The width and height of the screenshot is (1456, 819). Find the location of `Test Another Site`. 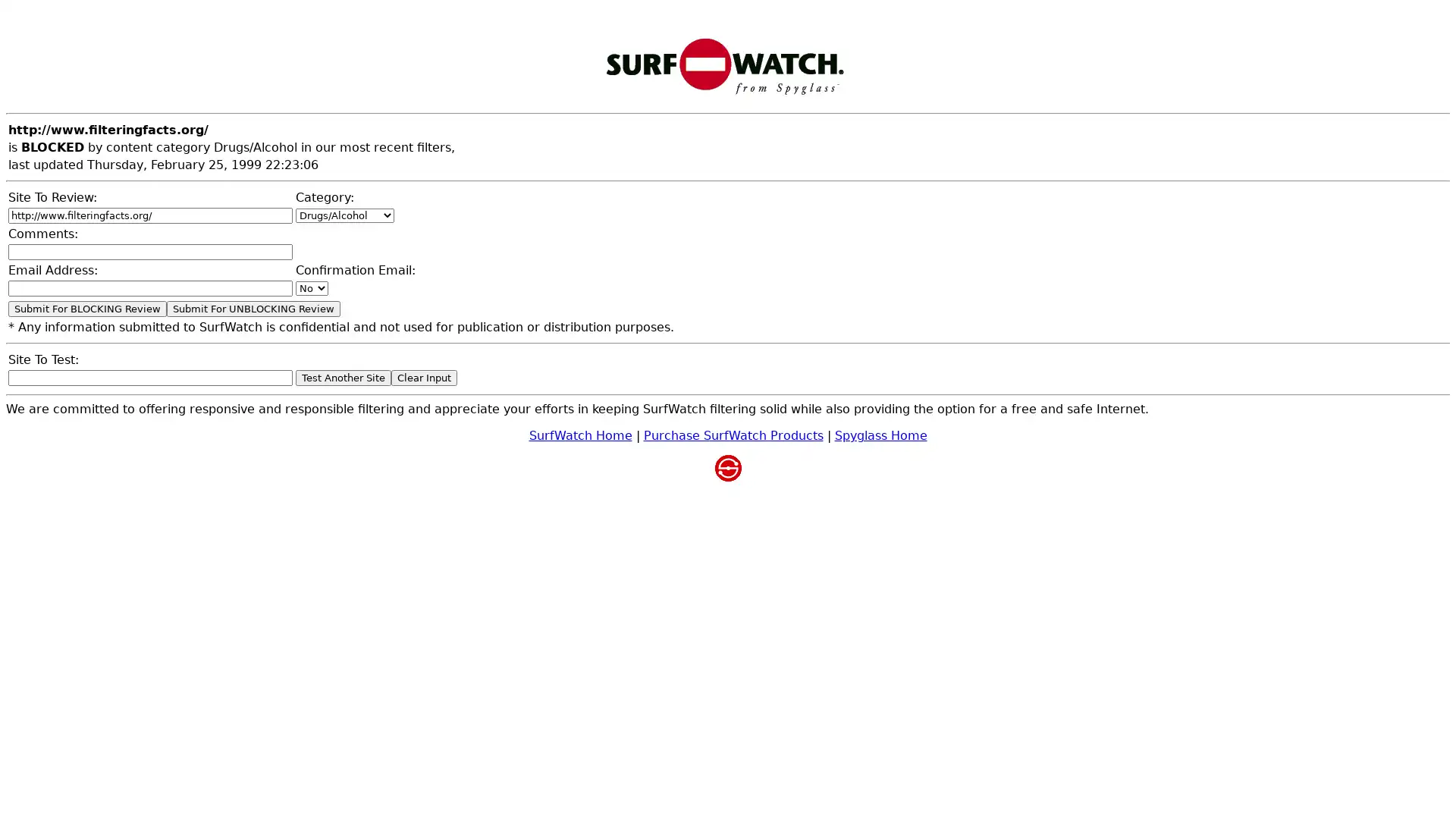

Test Another Site is located at coordinates (342, 377).